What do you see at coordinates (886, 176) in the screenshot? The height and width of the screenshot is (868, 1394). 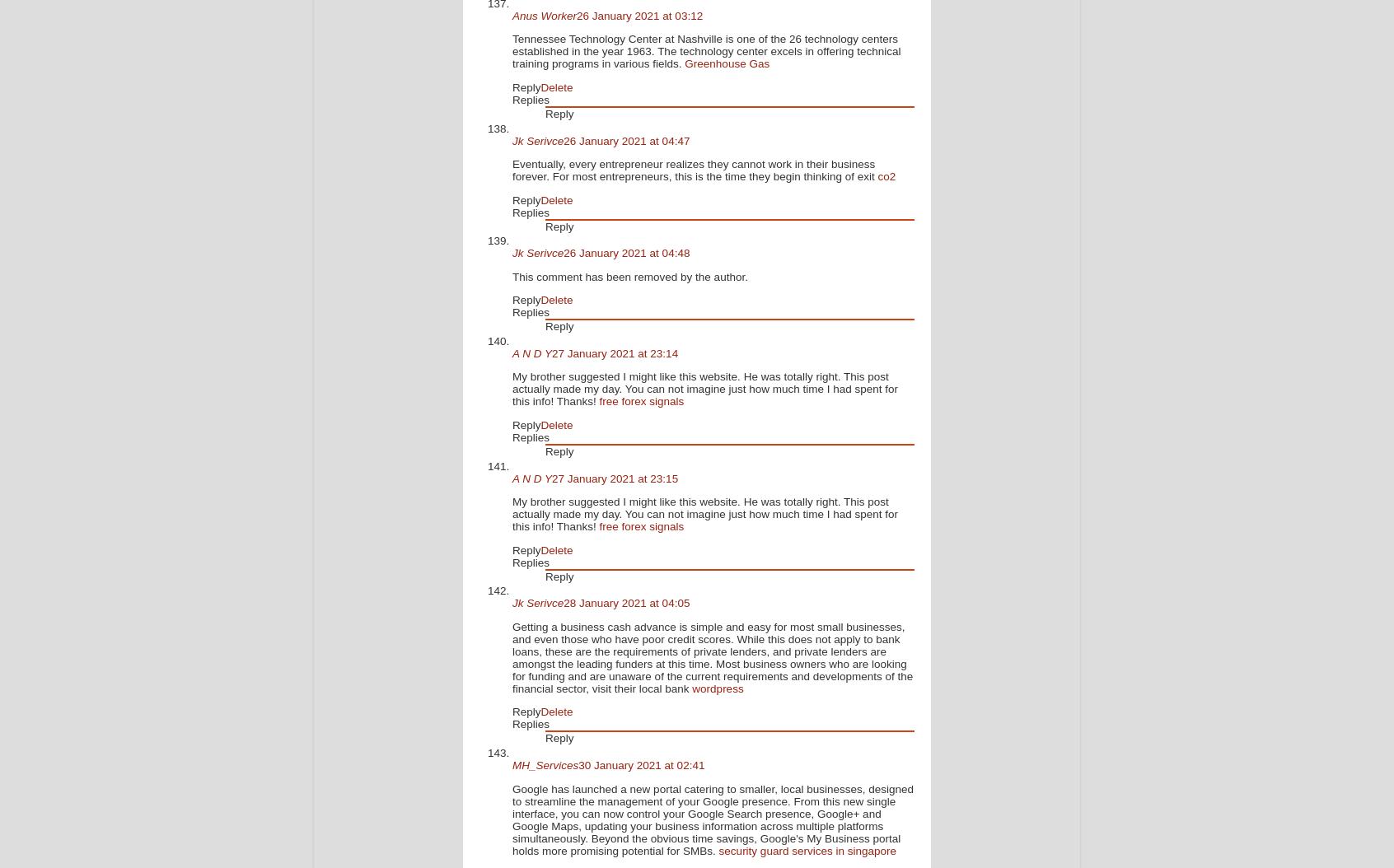 I see `'co2'` at bounding box center [886, 176].